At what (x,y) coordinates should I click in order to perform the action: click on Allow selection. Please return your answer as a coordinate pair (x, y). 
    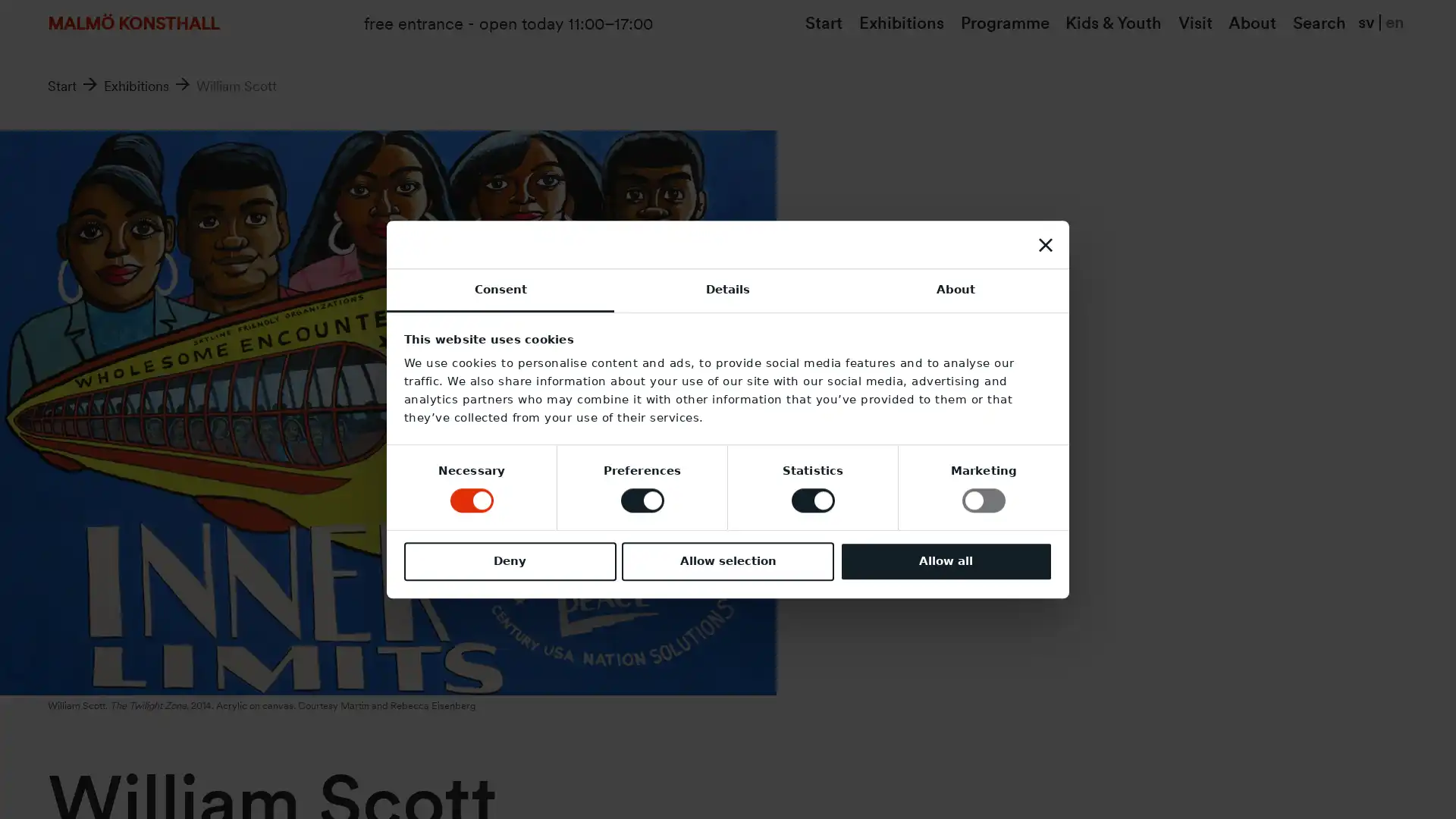
    Looking at the image, I should click on (728, 561).